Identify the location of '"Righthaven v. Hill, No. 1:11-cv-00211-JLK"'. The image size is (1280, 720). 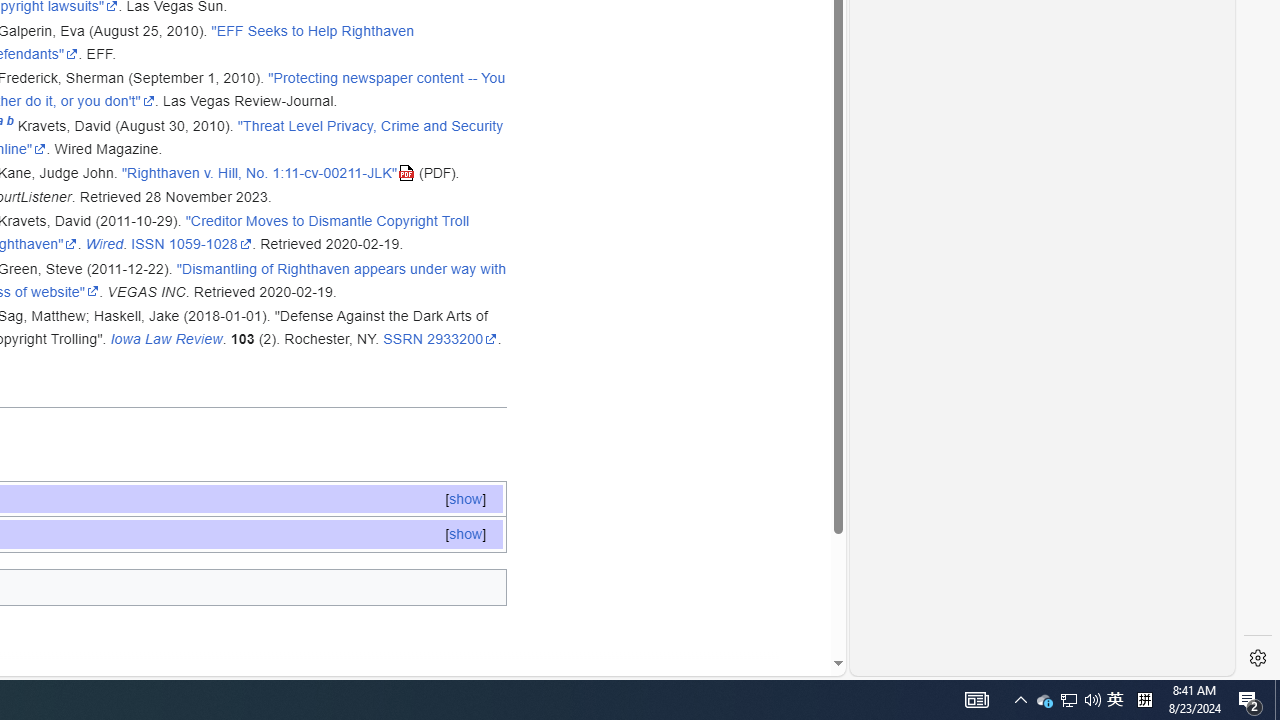
(267, 172).